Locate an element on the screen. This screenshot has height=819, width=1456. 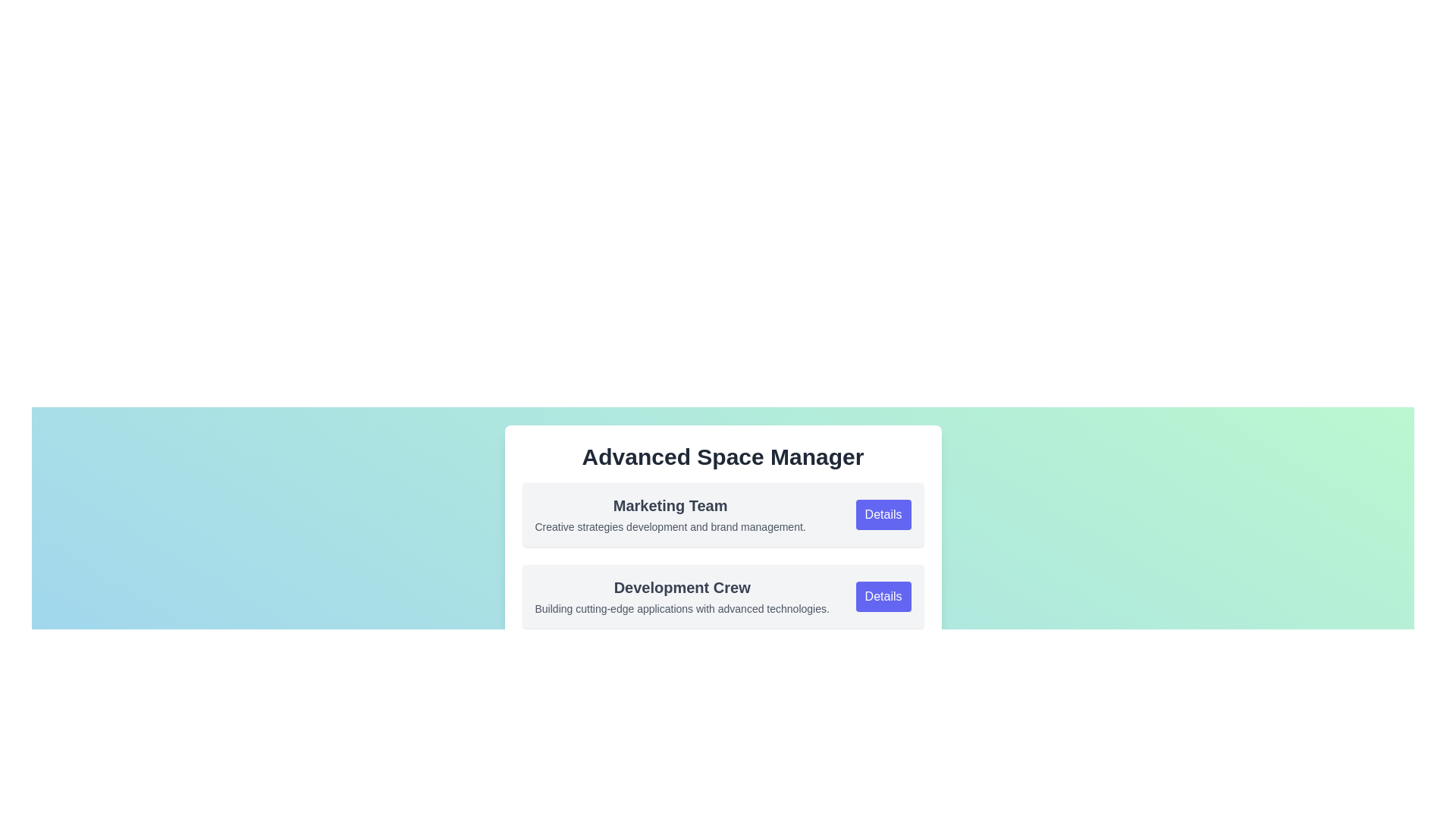
'Development Crew' section, which includes a title and a 'Details' button, to gather insights about the organization is located at coordinates (722, 560).